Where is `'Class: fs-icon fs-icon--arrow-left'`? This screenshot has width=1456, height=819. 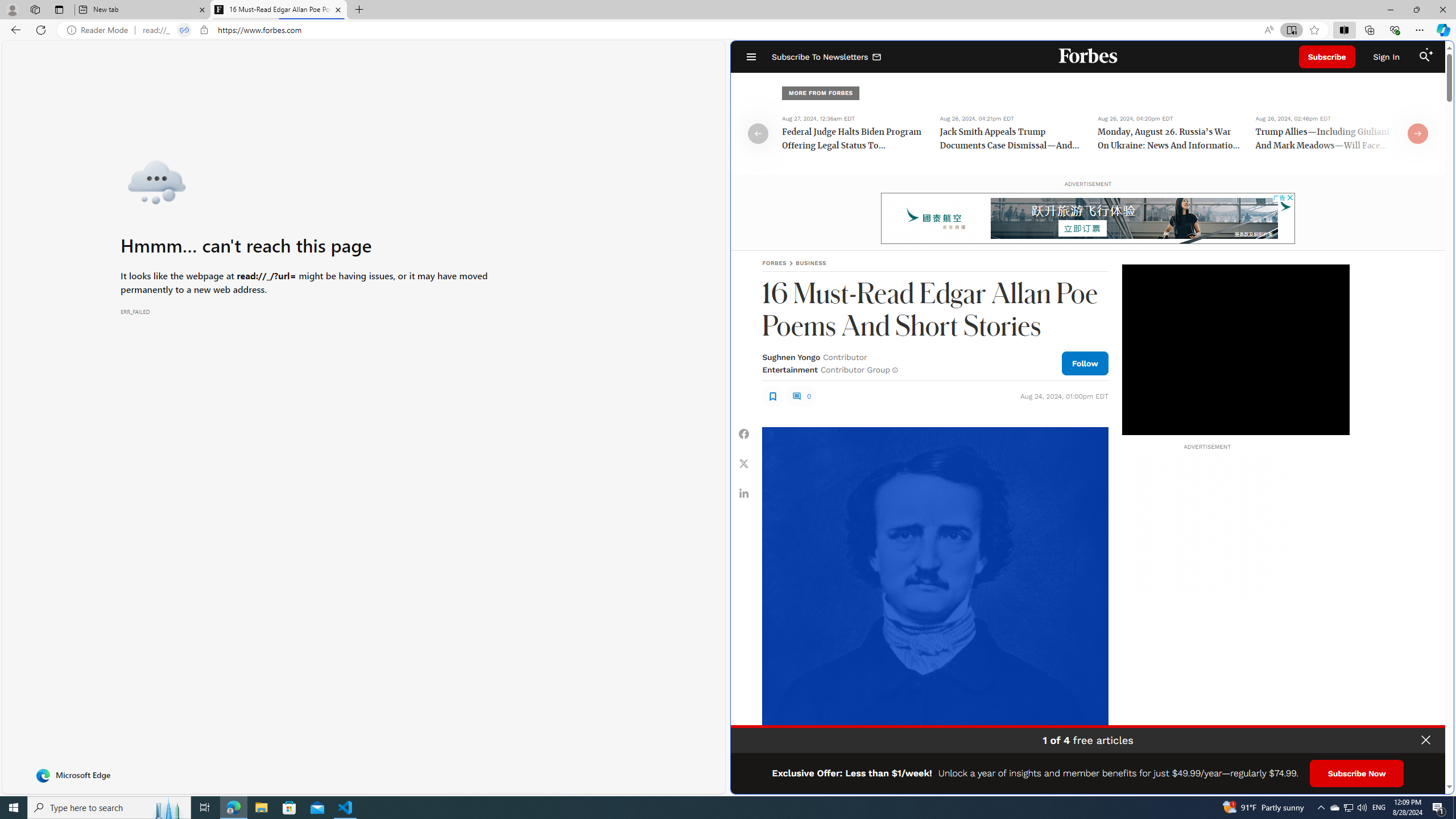
'Class: fs-icon fs-icon--arrow-left' is located at coordinates (758, 133).